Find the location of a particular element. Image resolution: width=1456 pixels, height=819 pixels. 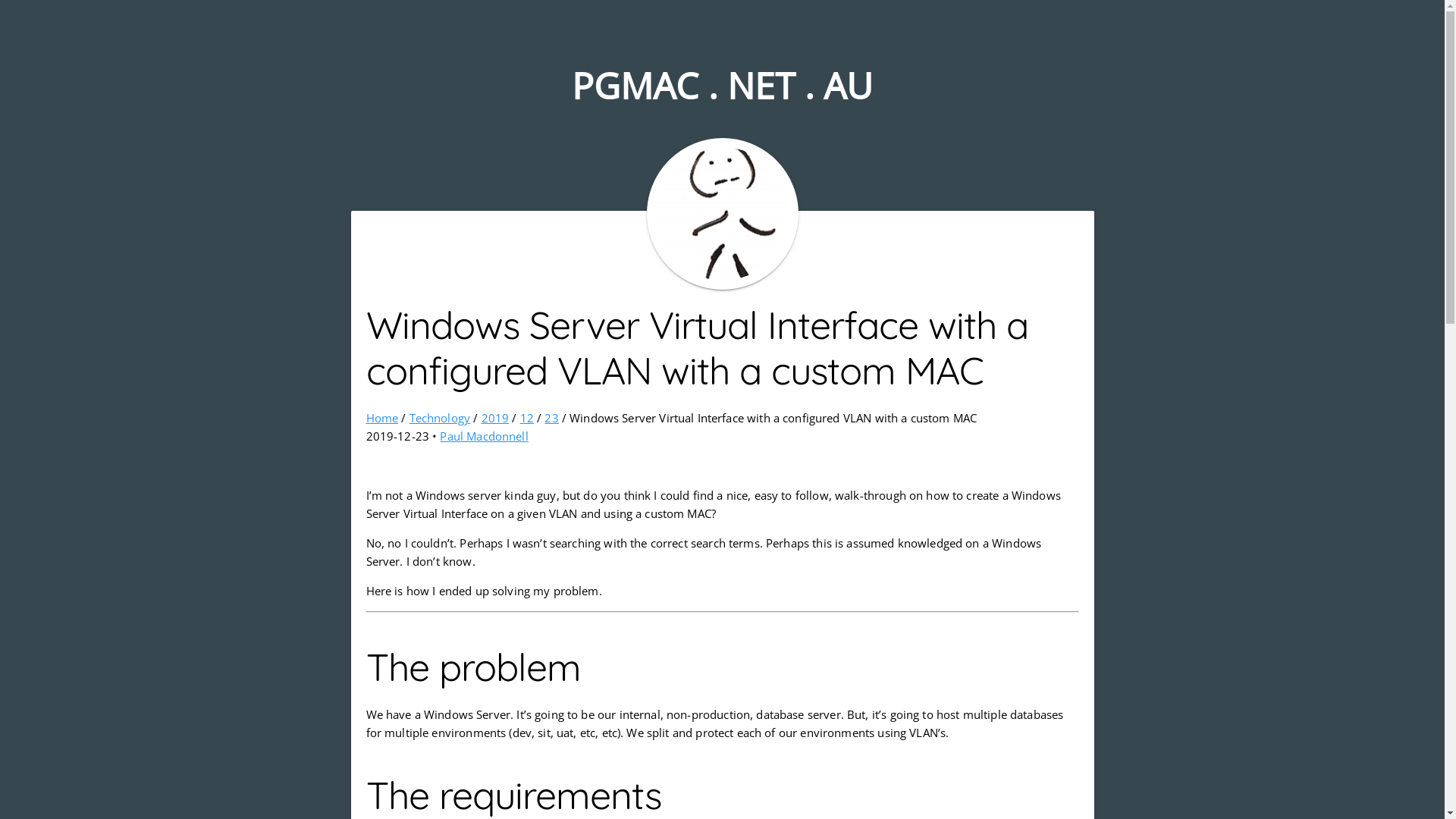

'Home' is located at coordinates (381, 418).